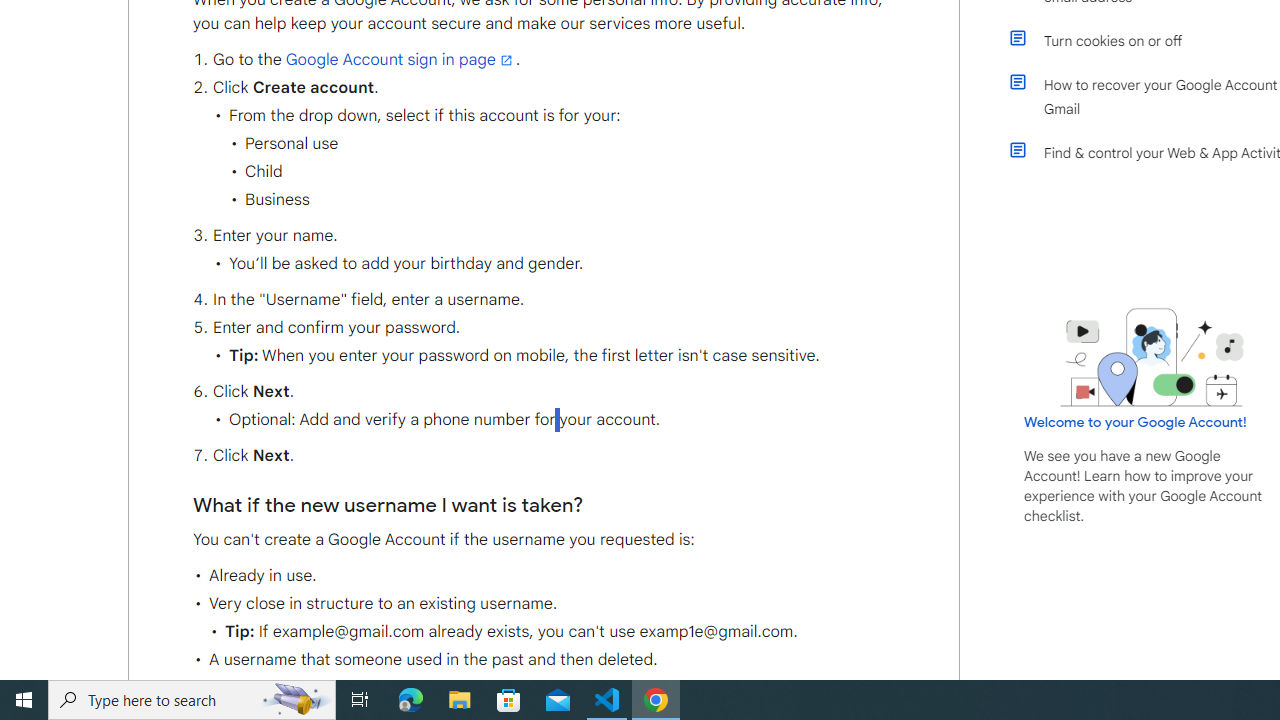  What do you see at coordinates (1152, 356) in the screenshot?
I see `'Learning Center home page image'` at bounding box center [1152, 356].